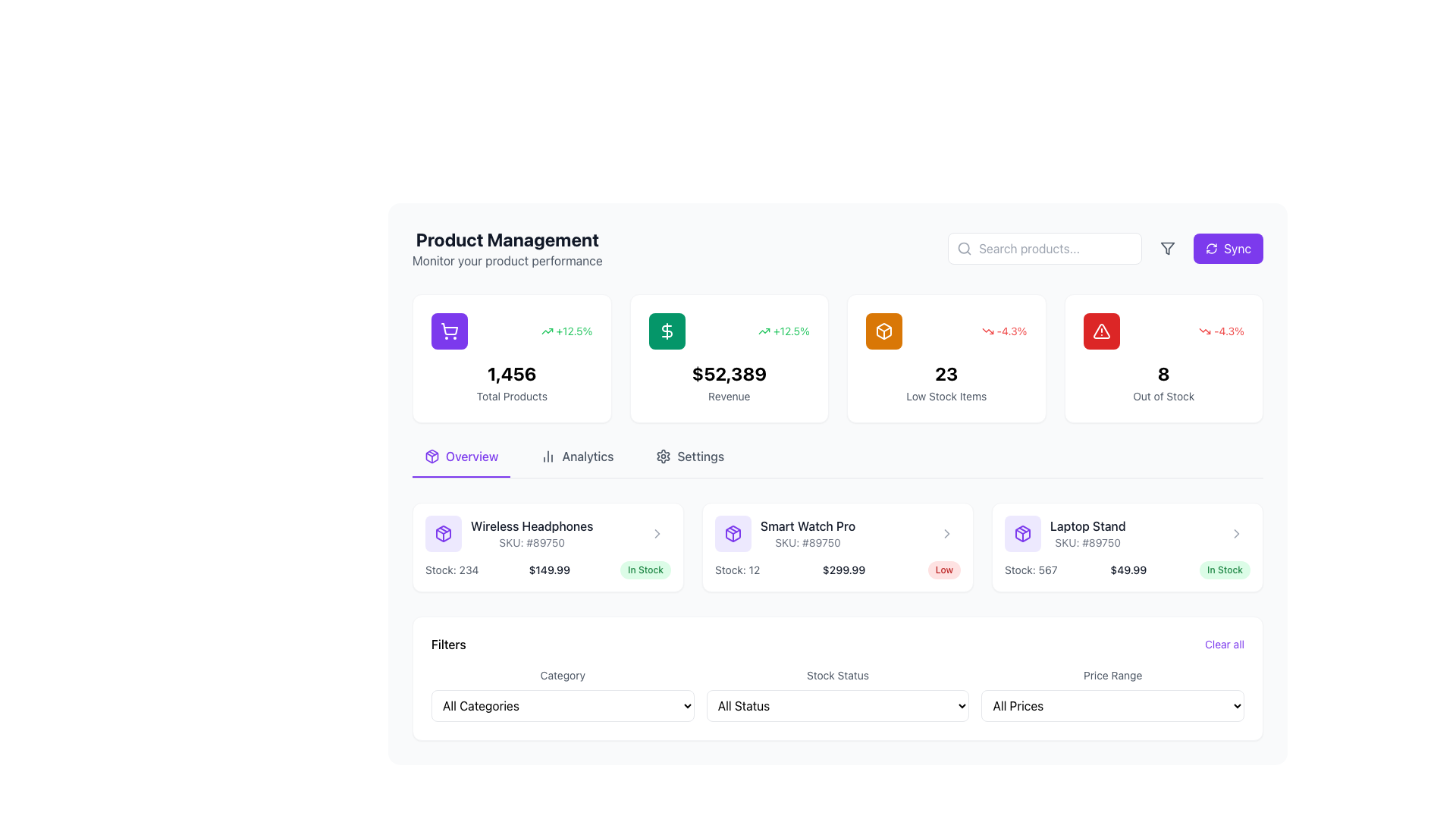 This screenshot has width=1456, height=819. What do you see at coordinates (1128, 570) in the screenshot?
I see `the static text label indicating the price of the 'Laptop Stand', located in the second row of the overview section` at bounding box center [1128, 570].